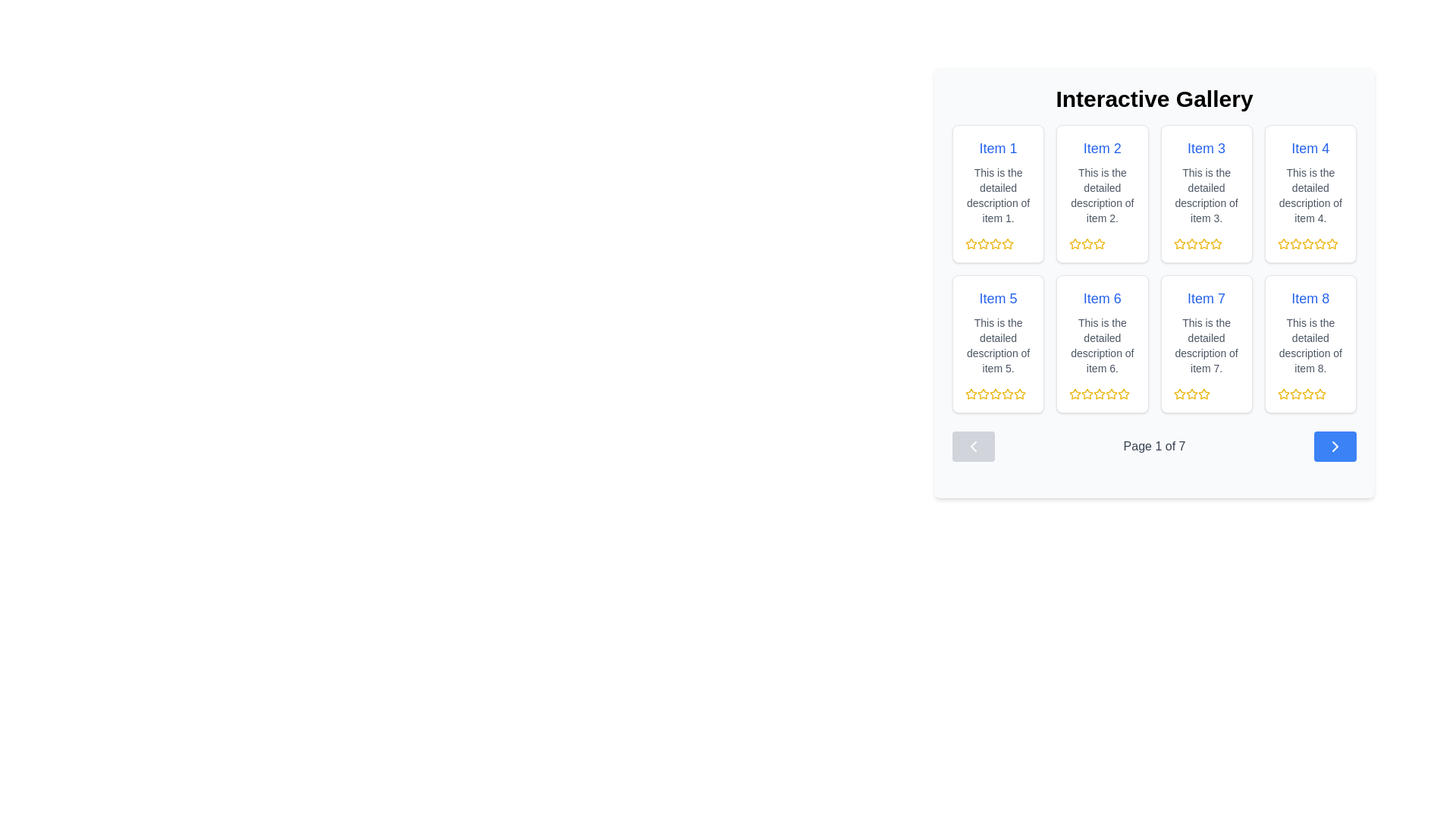 The height and width of the screenshot is (819, 1456). Describe the element at coordinates (998, 345) in the screenshot. I see `the textual component styled with gray color and small font size that contains the description 'This is the detailed description of item 5.' located in the second row, first column of the grid layout` at that location.